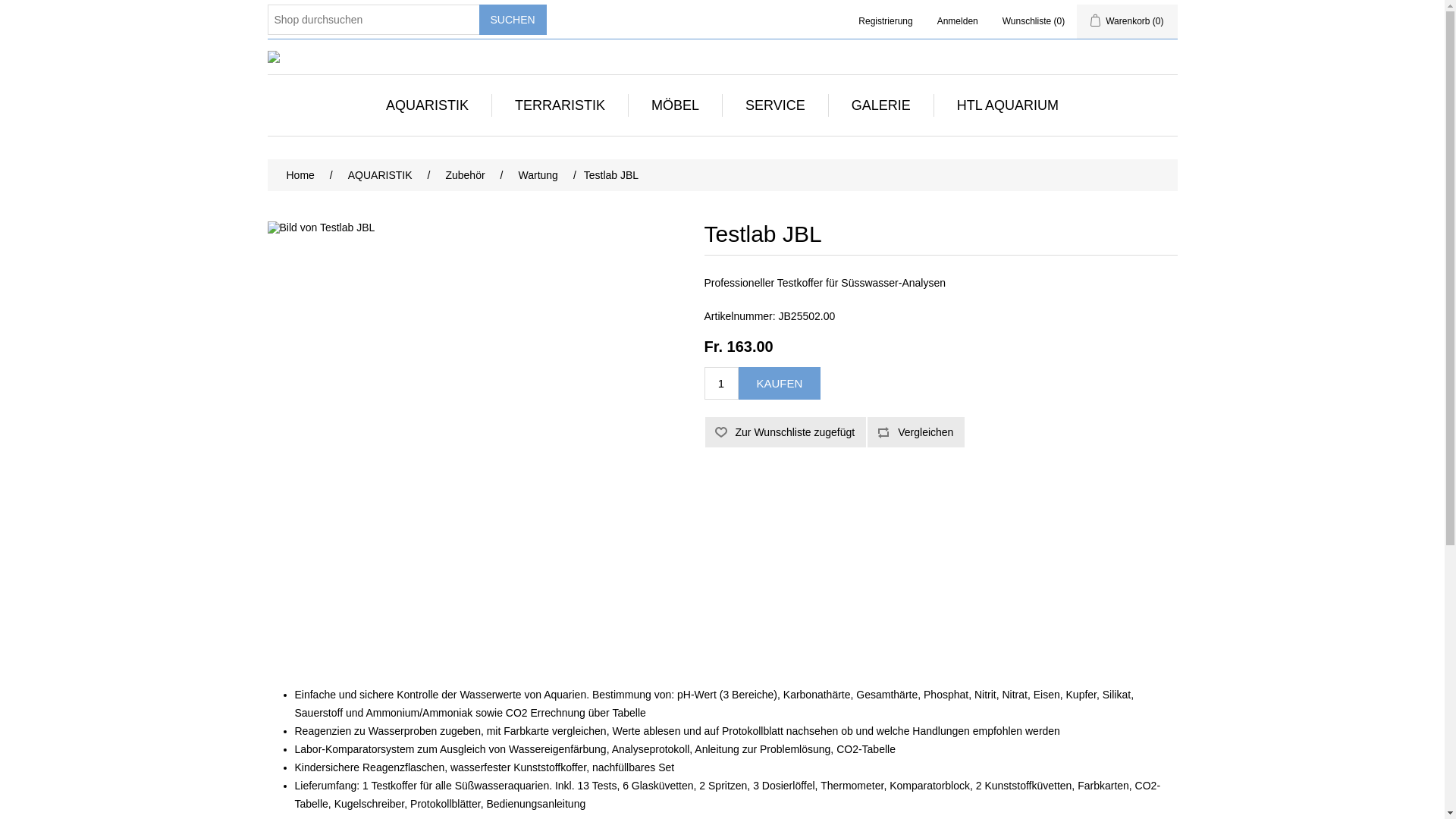 The width and height of the screenshot is (1456, 819). Describe the element at coordinates (915, 432) in the screenshot. I see `'Vergleichen'` at that location.